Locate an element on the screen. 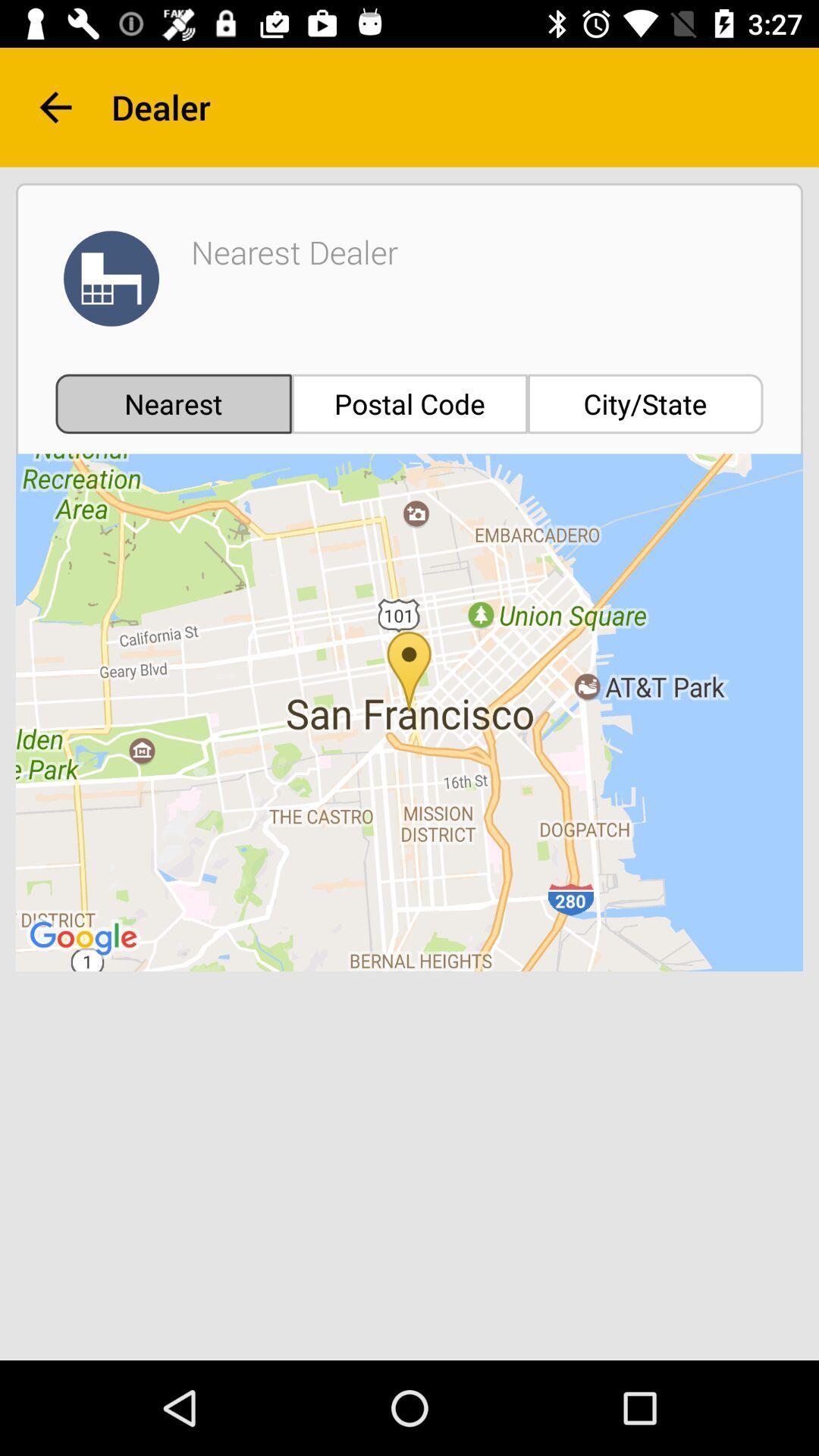 This screenshot has width=819, height=1456. the city/state icon is located at coordinates (645, 403).